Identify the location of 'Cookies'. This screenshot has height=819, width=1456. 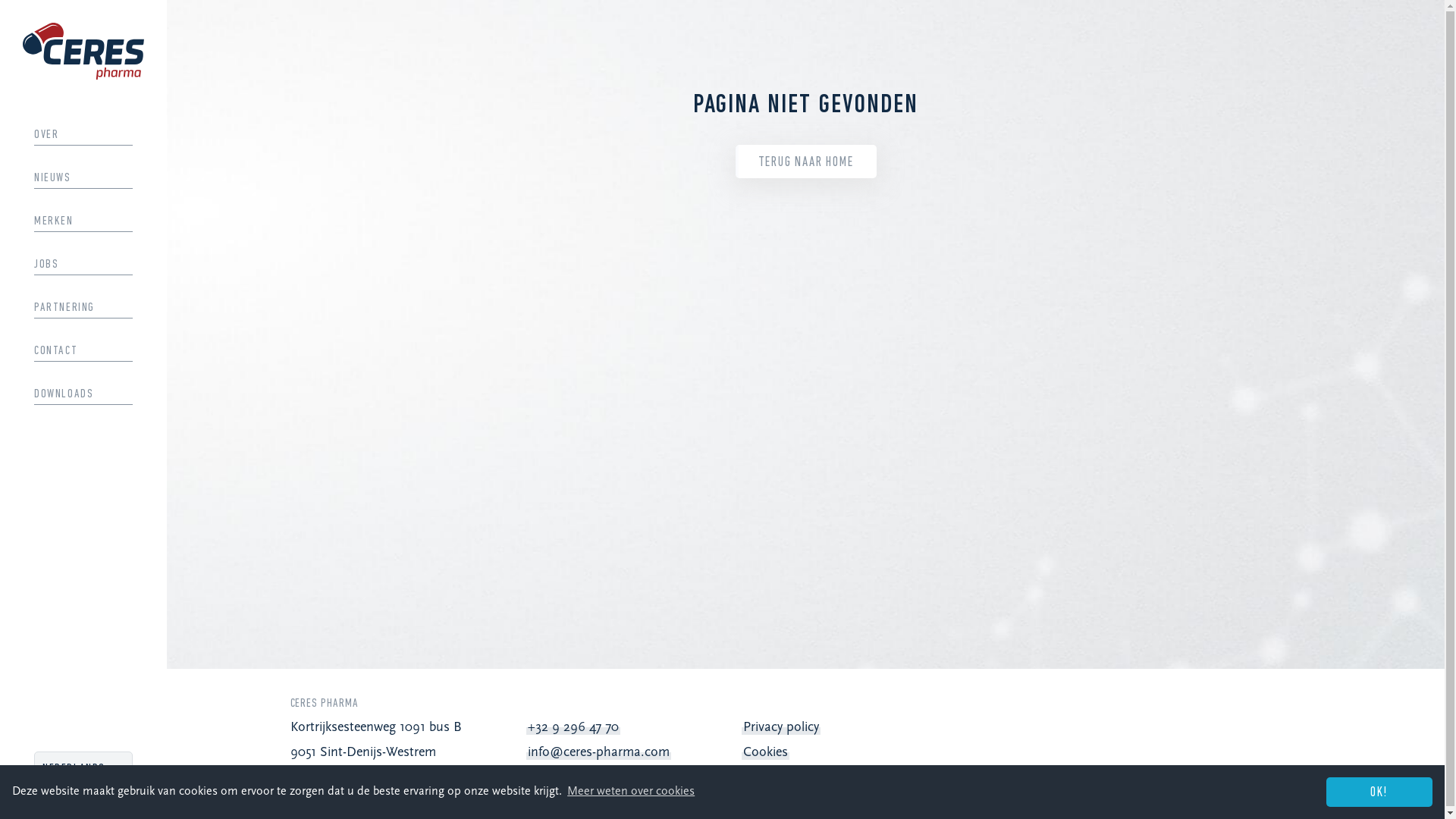
(742, 752).